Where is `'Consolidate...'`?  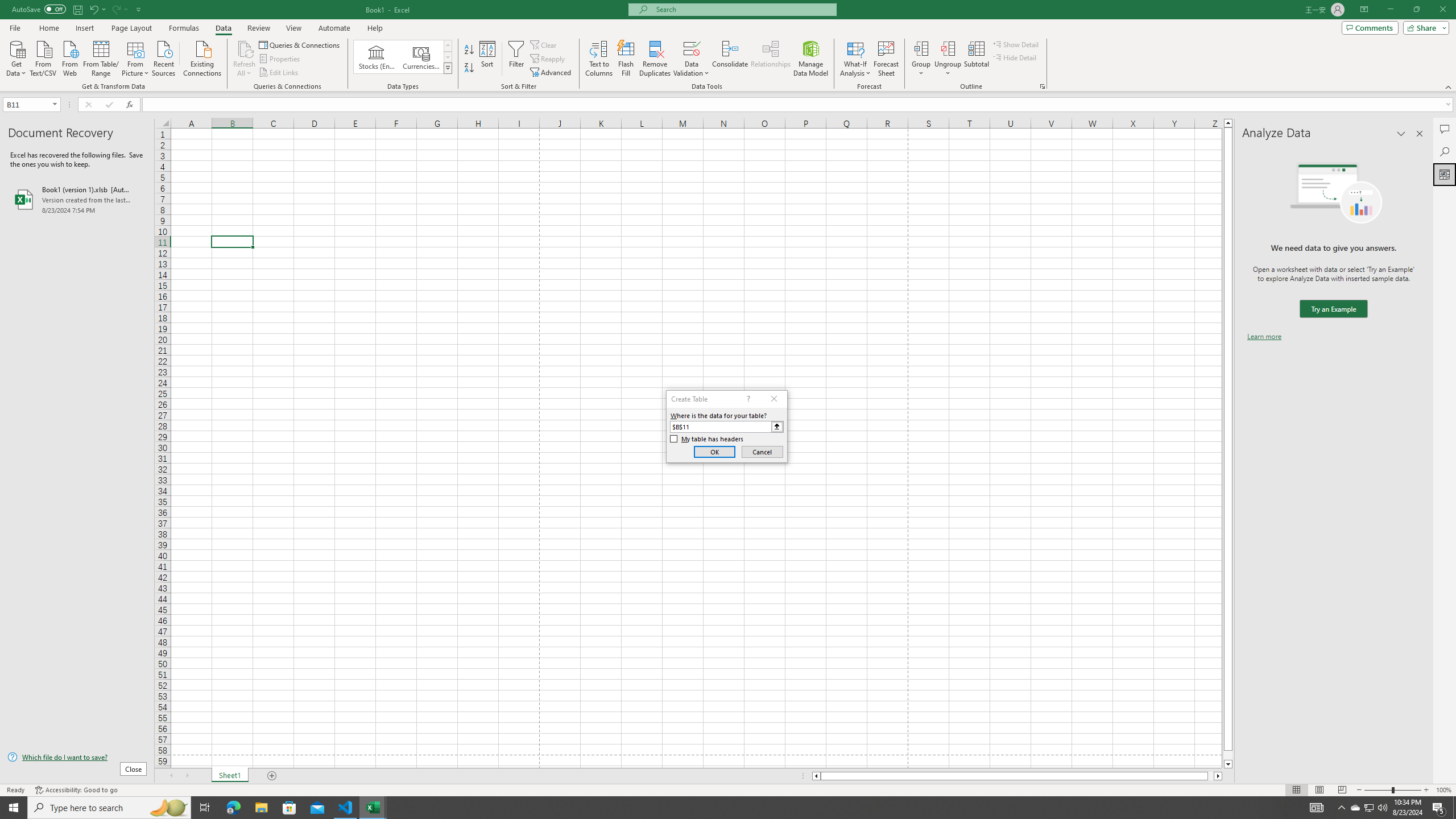
'Consolidate...' is located at coordinates (730, 59).